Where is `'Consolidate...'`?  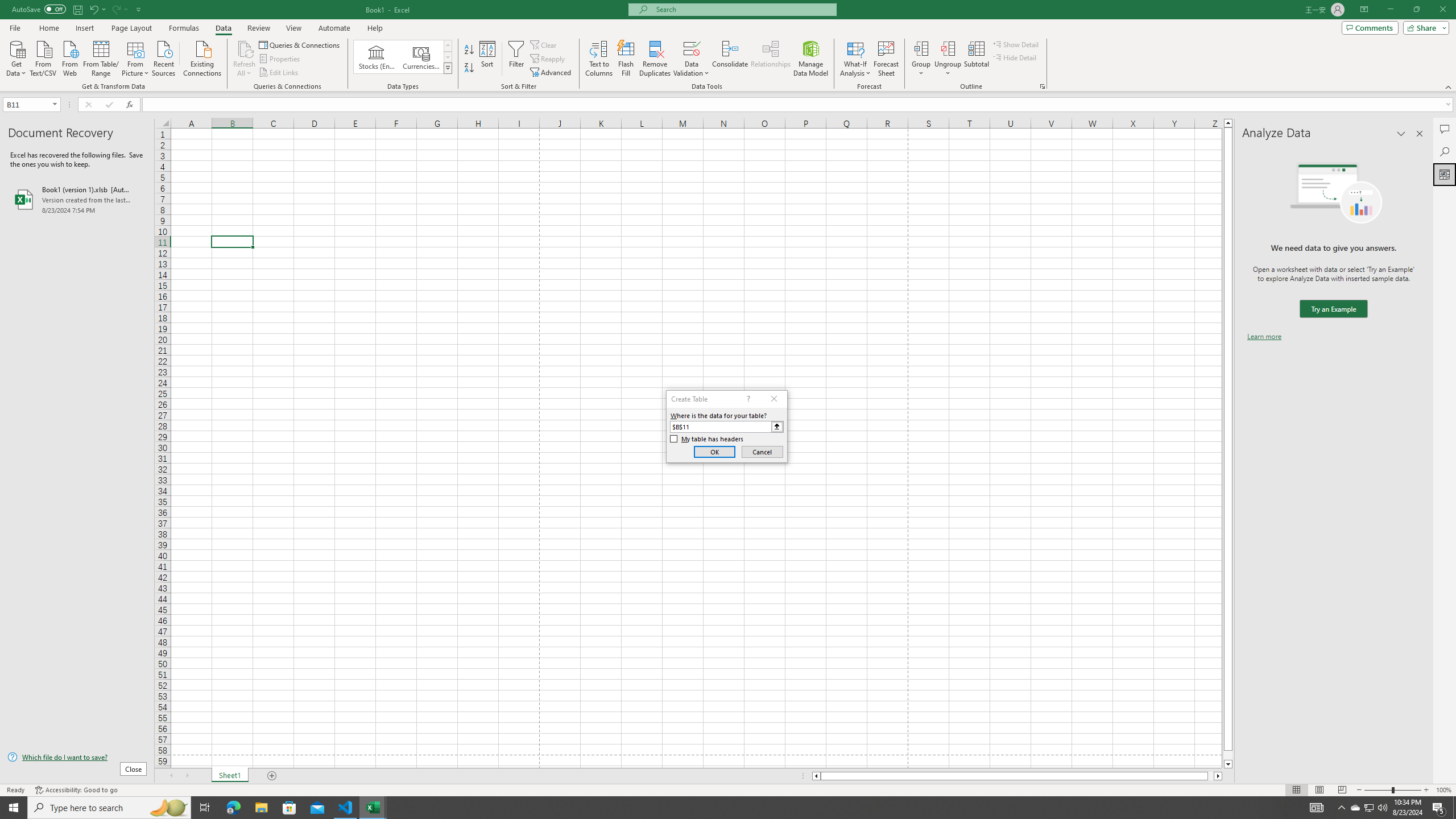
'Consolidate...' is located at coordinates (730, 59).